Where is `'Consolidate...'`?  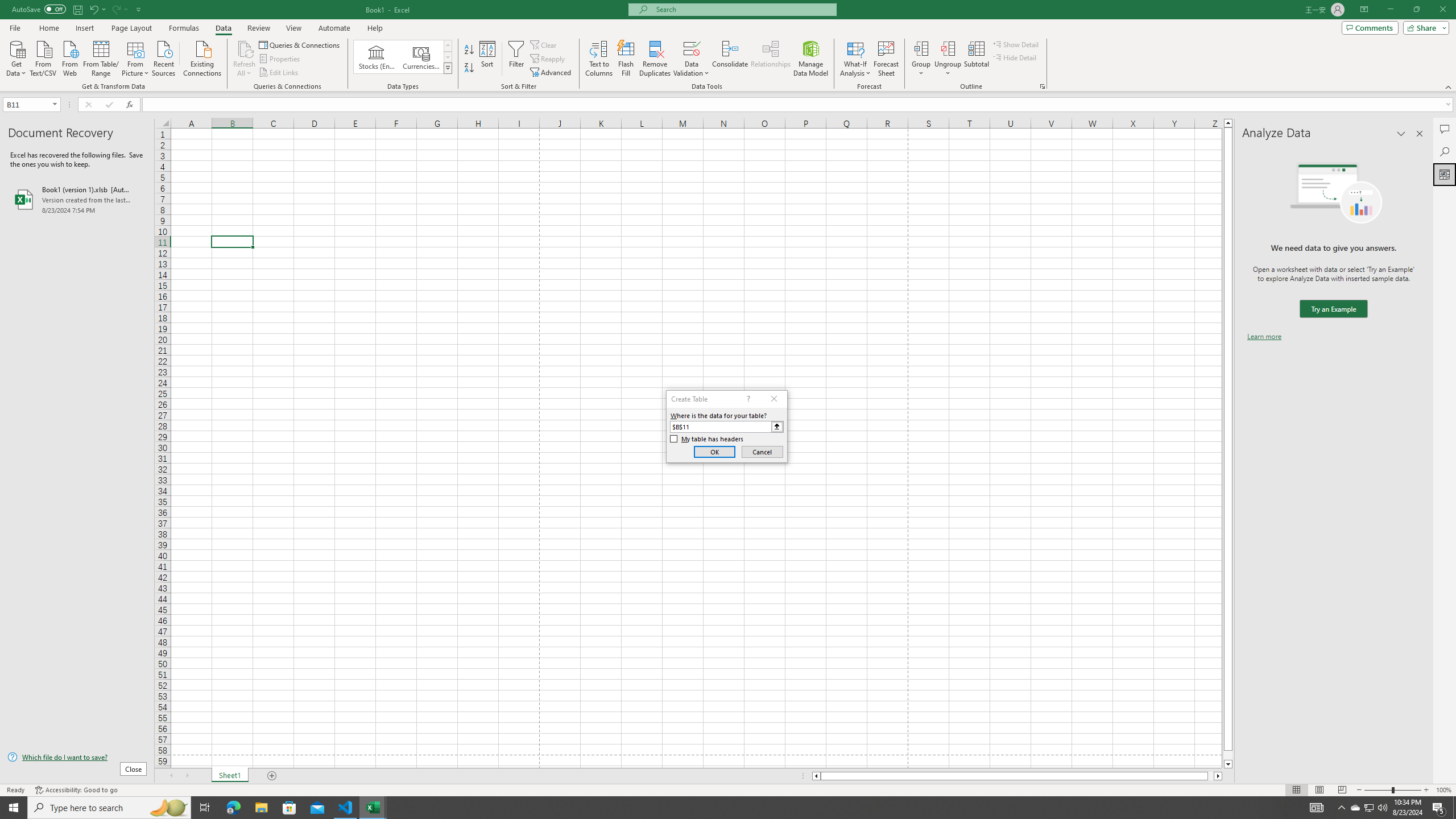
'Consolidate...' is located at coordinates (730, 59).